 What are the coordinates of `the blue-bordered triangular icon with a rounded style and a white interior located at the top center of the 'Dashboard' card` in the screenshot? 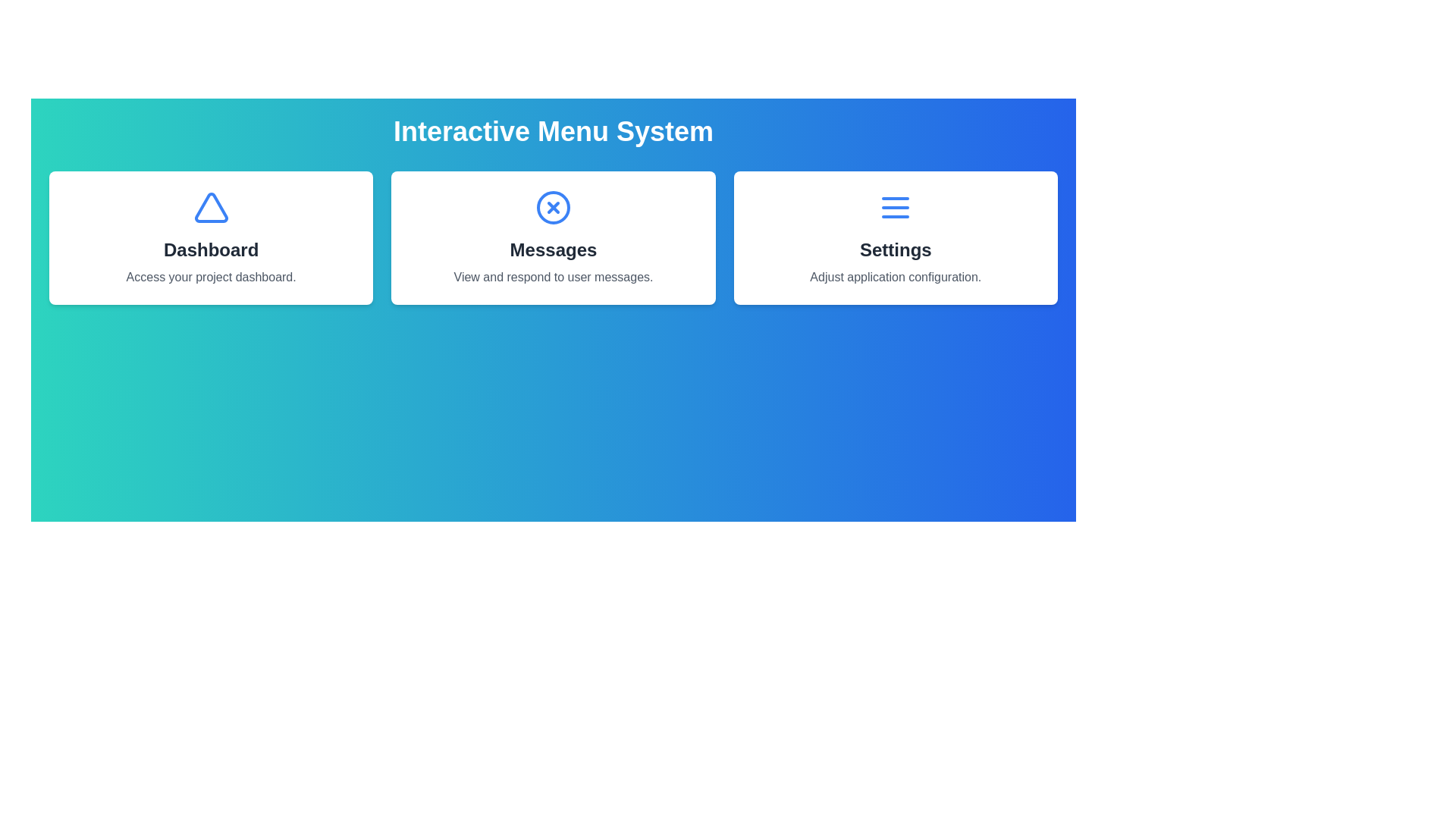 It's located at (210, 207).